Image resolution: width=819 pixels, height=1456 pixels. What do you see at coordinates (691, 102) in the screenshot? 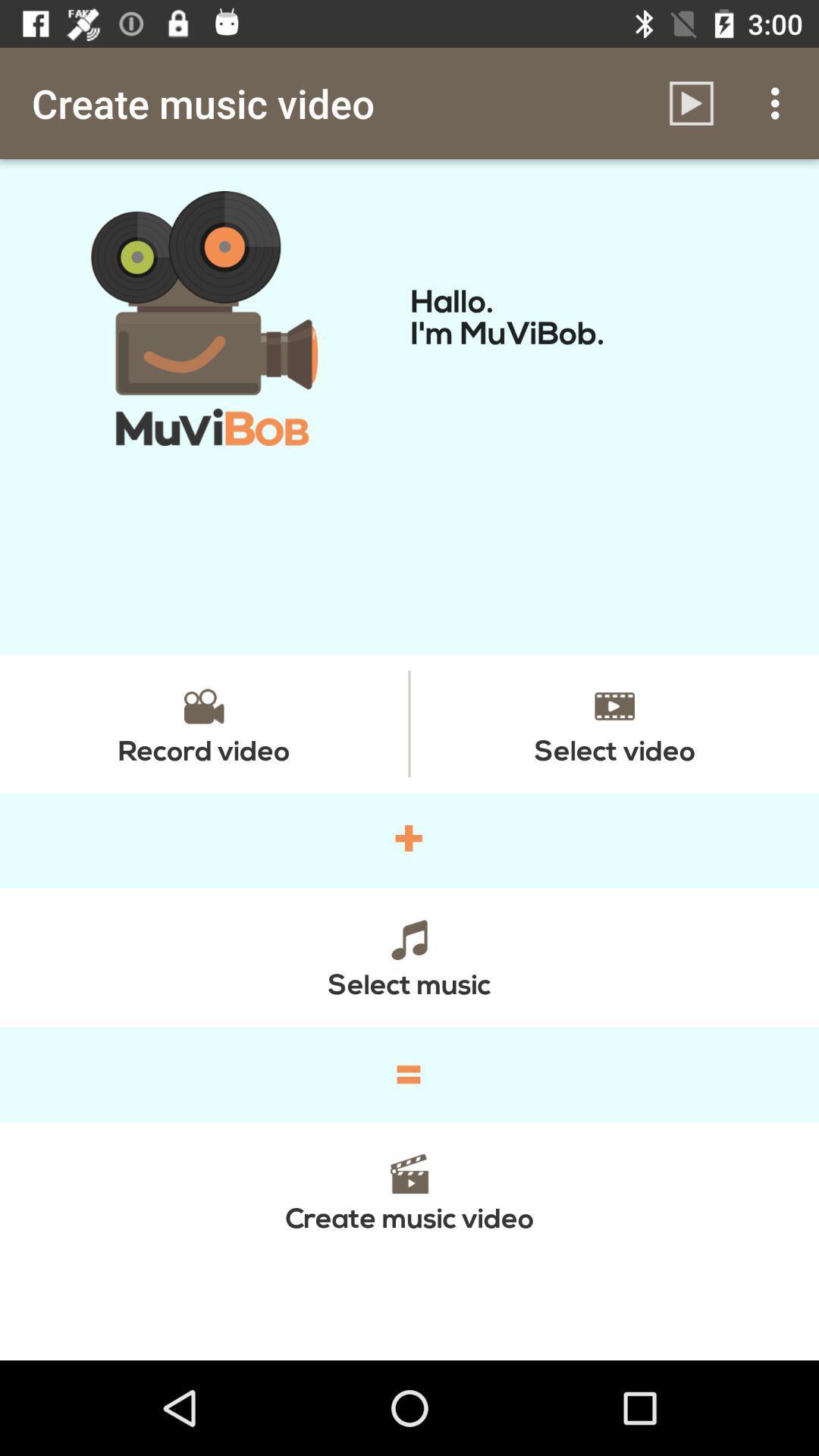
I see `icon above the hallo i m icon` at bounding box center [691, 102].